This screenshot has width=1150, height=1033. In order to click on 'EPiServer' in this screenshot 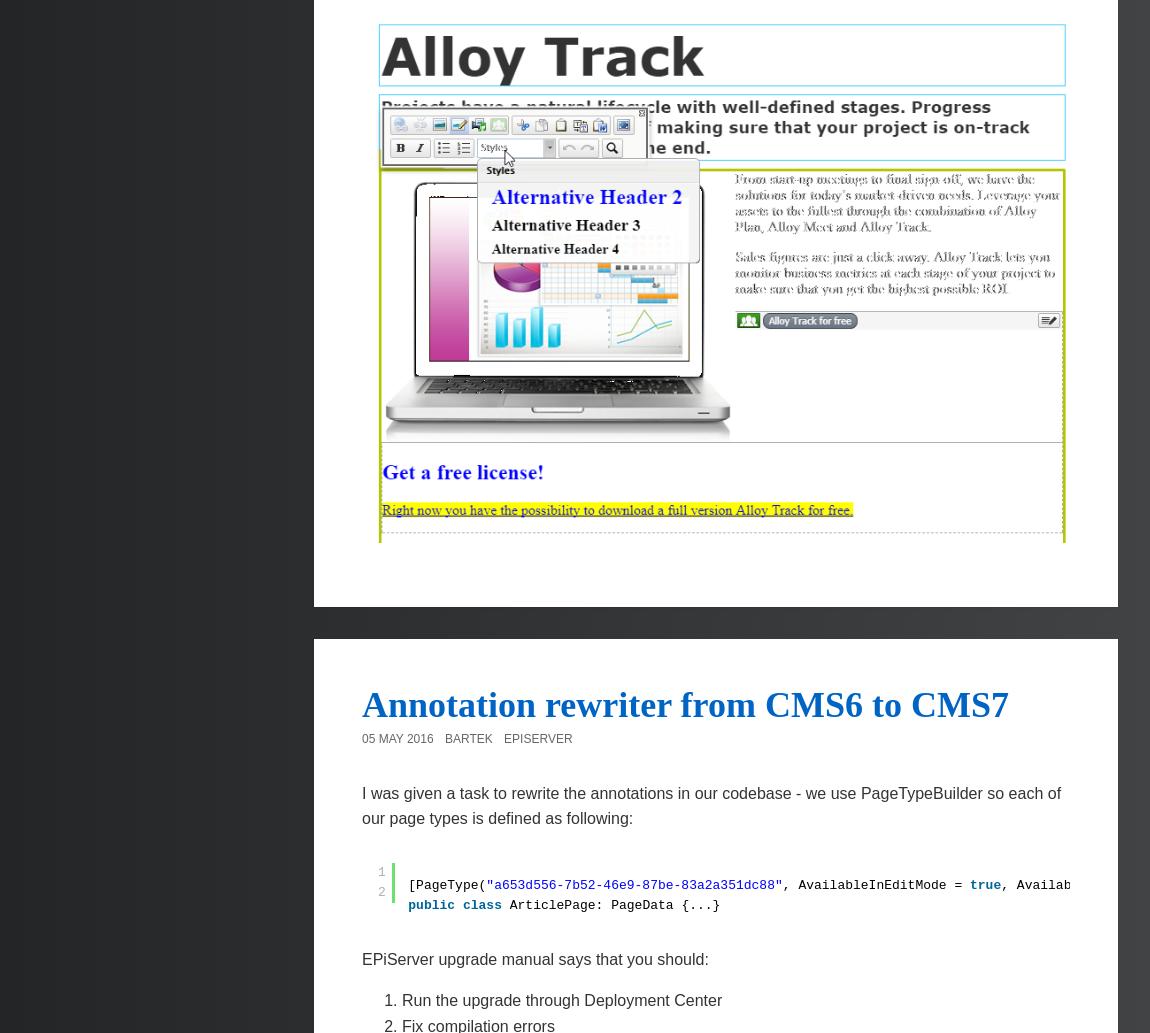, I will do `click(537, 739)`.